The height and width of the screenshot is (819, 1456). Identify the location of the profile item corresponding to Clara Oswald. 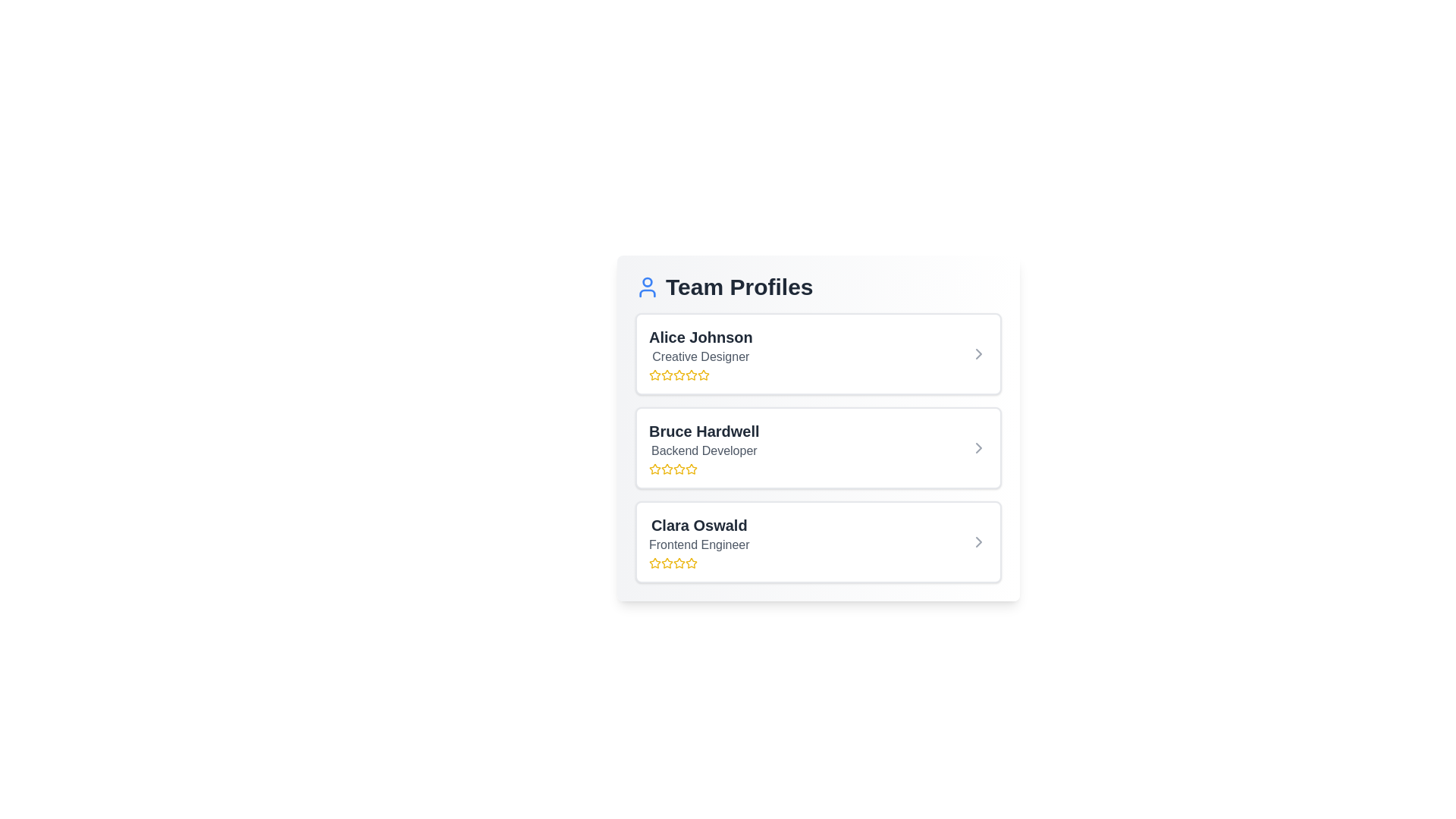
(817, 541).